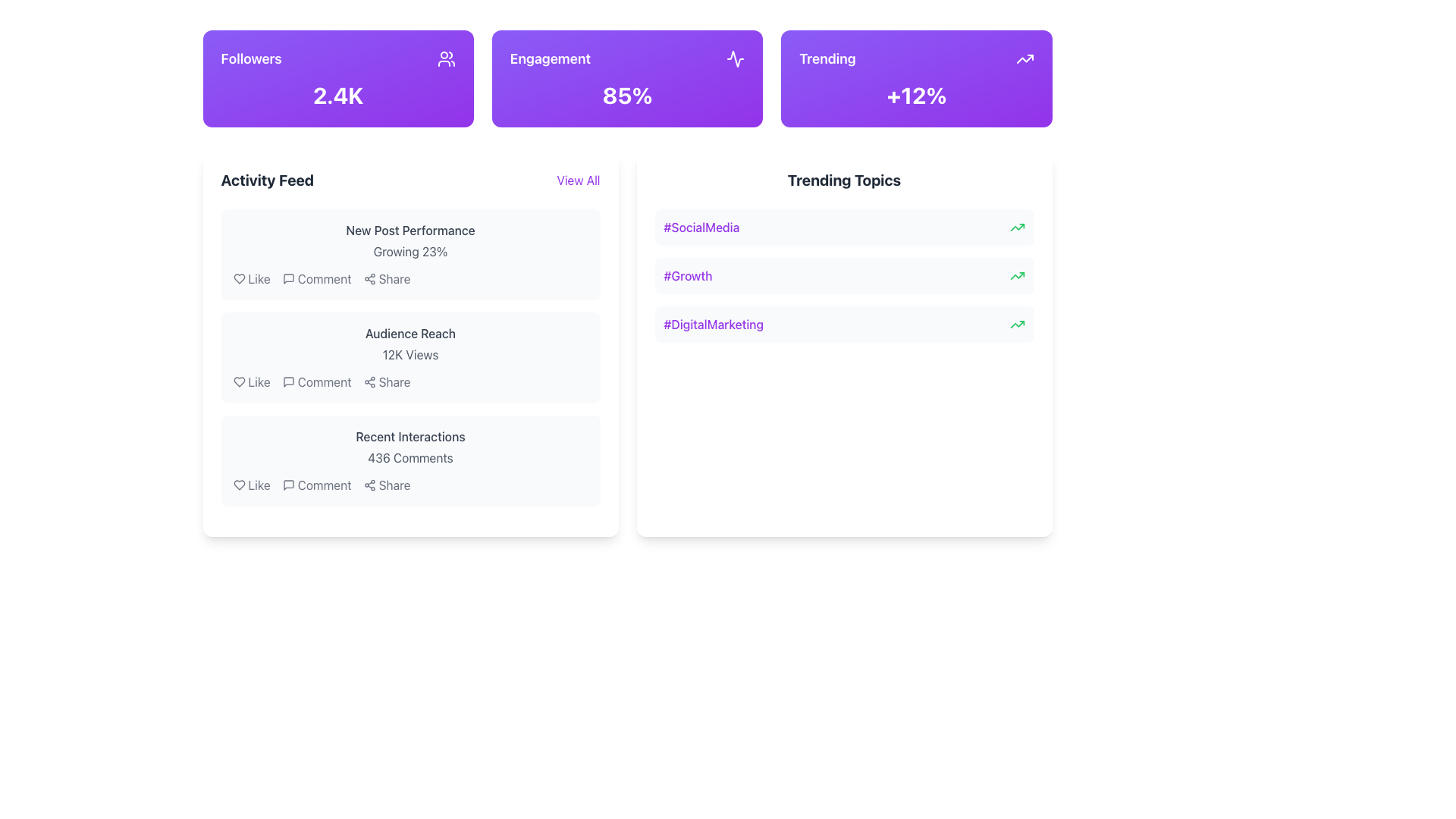 Image resolution: width=1456 pixels, height=819 pixels. I want to click on the share icon button located in the 'Activity Feed' section below the 'Audience Reach' subsection to share the associated content, so click(369, 381).